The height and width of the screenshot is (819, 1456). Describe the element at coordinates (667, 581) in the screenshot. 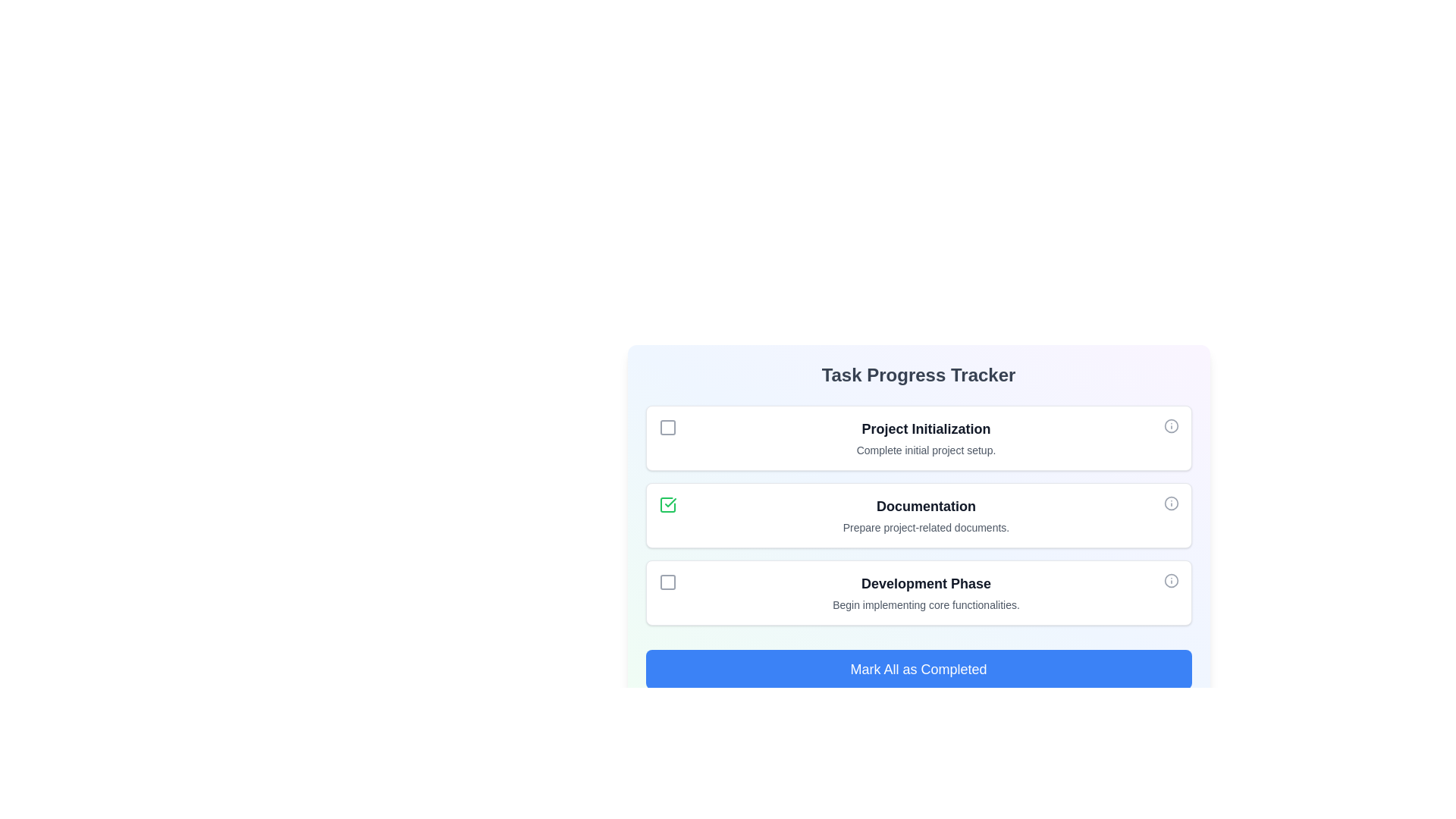

I see `the checkbox that allows users` at that location.